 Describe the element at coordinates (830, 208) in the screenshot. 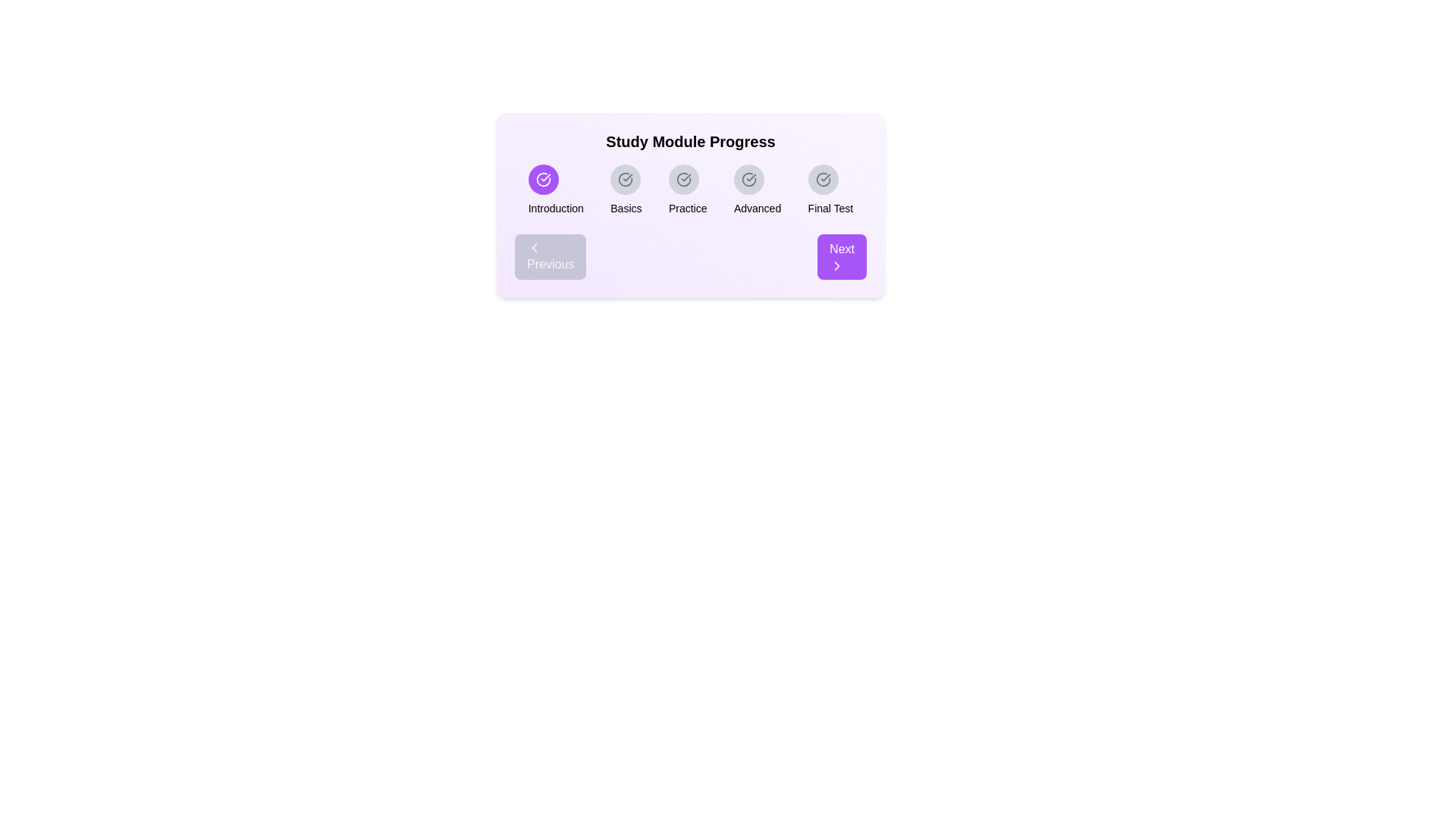

I see `the static text label 'Final Test', which indicates the final stage in the study module progress tracker, located near the top right corner under the circular icon` at that location.